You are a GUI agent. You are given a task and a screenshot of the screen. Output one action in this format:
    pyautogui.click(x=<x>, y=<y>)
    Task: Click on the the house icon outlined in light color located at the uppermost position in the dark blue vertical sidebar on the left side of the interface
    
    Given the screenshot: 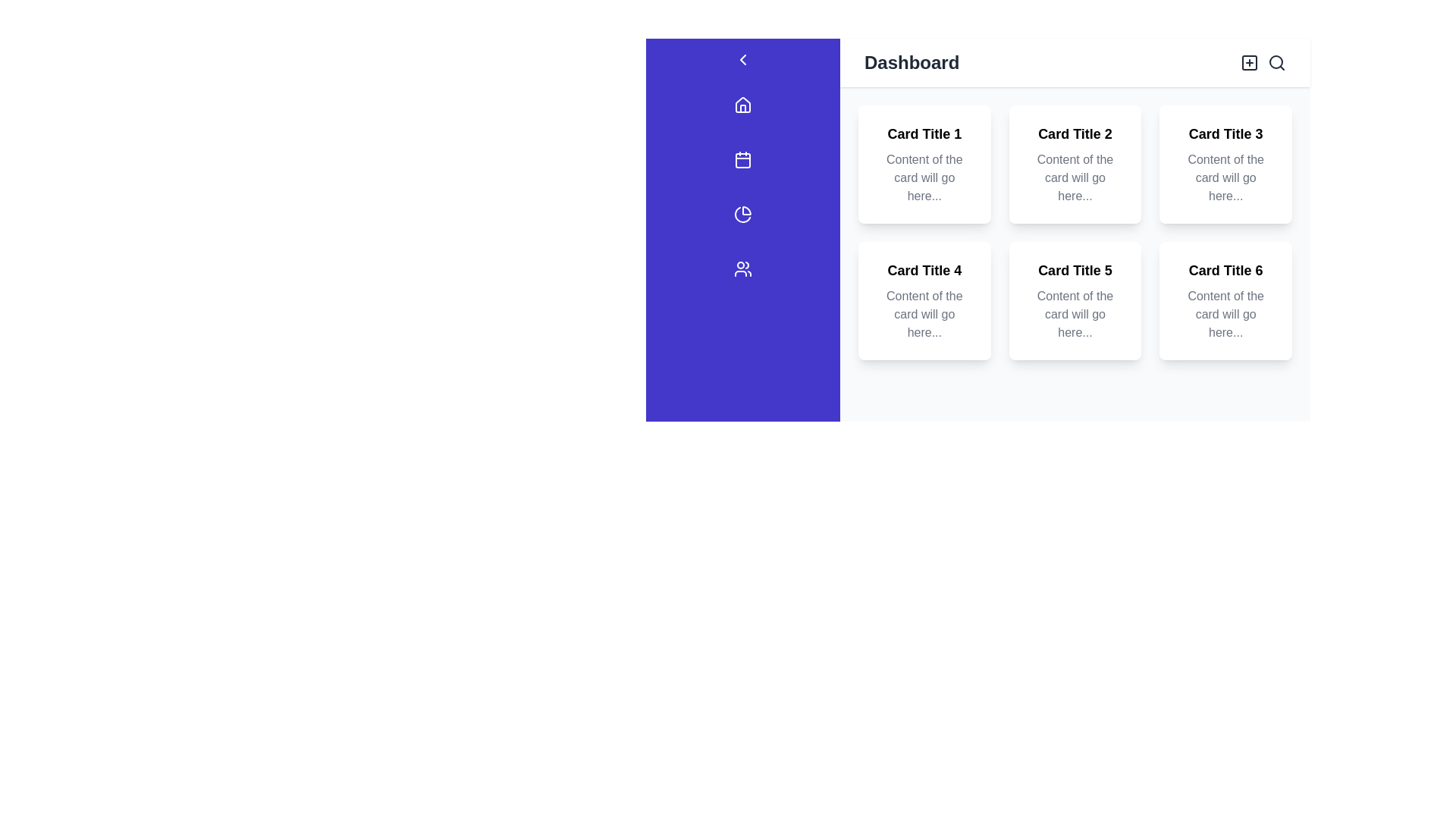 What is the action you would take?
    pyautogui.click(x=742, y=104)
    